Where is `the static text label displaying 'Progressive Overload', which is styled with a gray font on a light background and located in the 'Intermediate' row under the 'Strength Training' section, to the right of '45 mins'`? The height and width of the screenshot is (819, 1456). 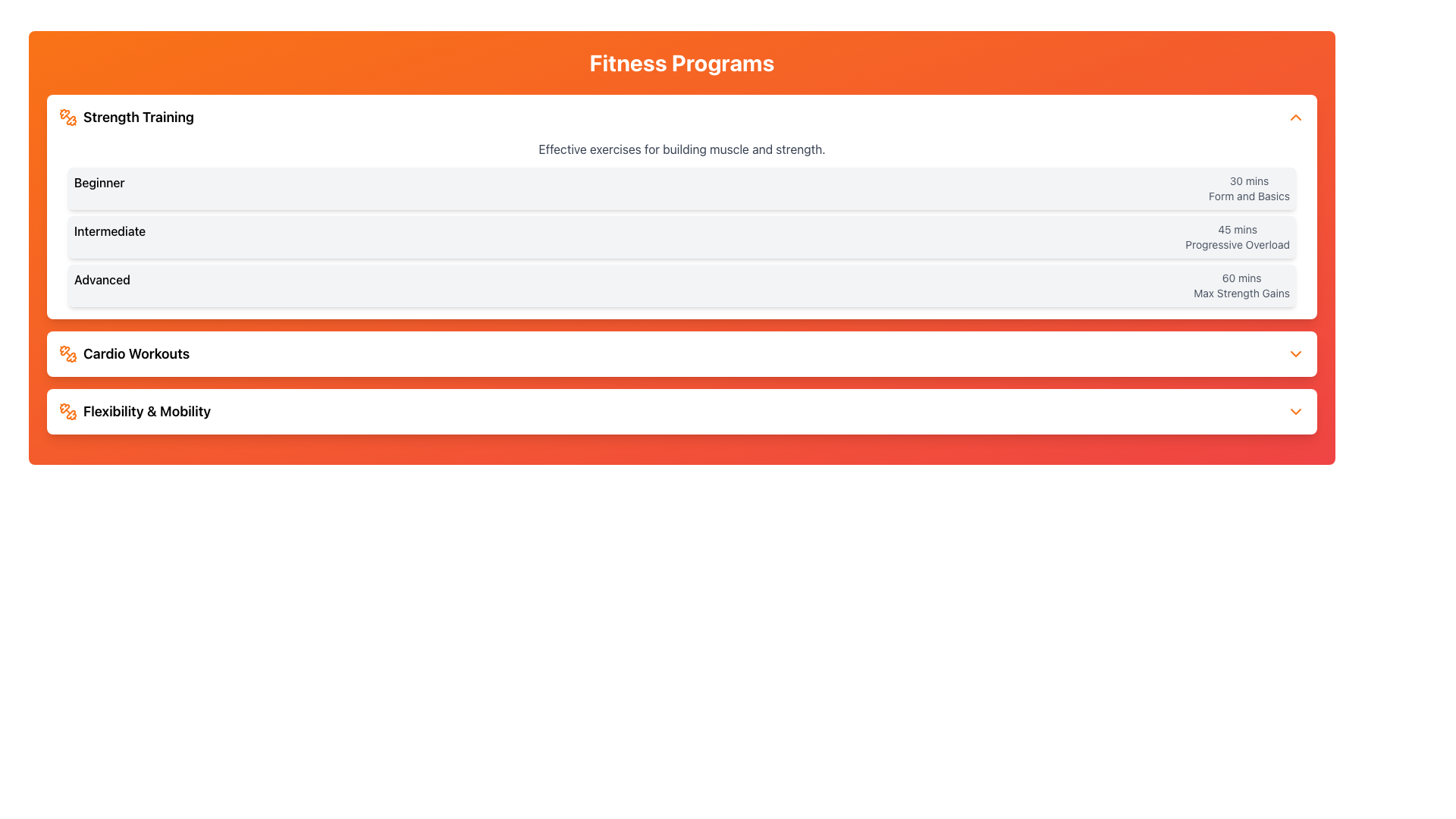 the static text label displaying 'Progressive Overload', which is styled with a gray font on a light background and located in the 'Intermediate' row under the 'Strength Training' section, to the right of '45 mins' is located at coordinates (1238, 244).